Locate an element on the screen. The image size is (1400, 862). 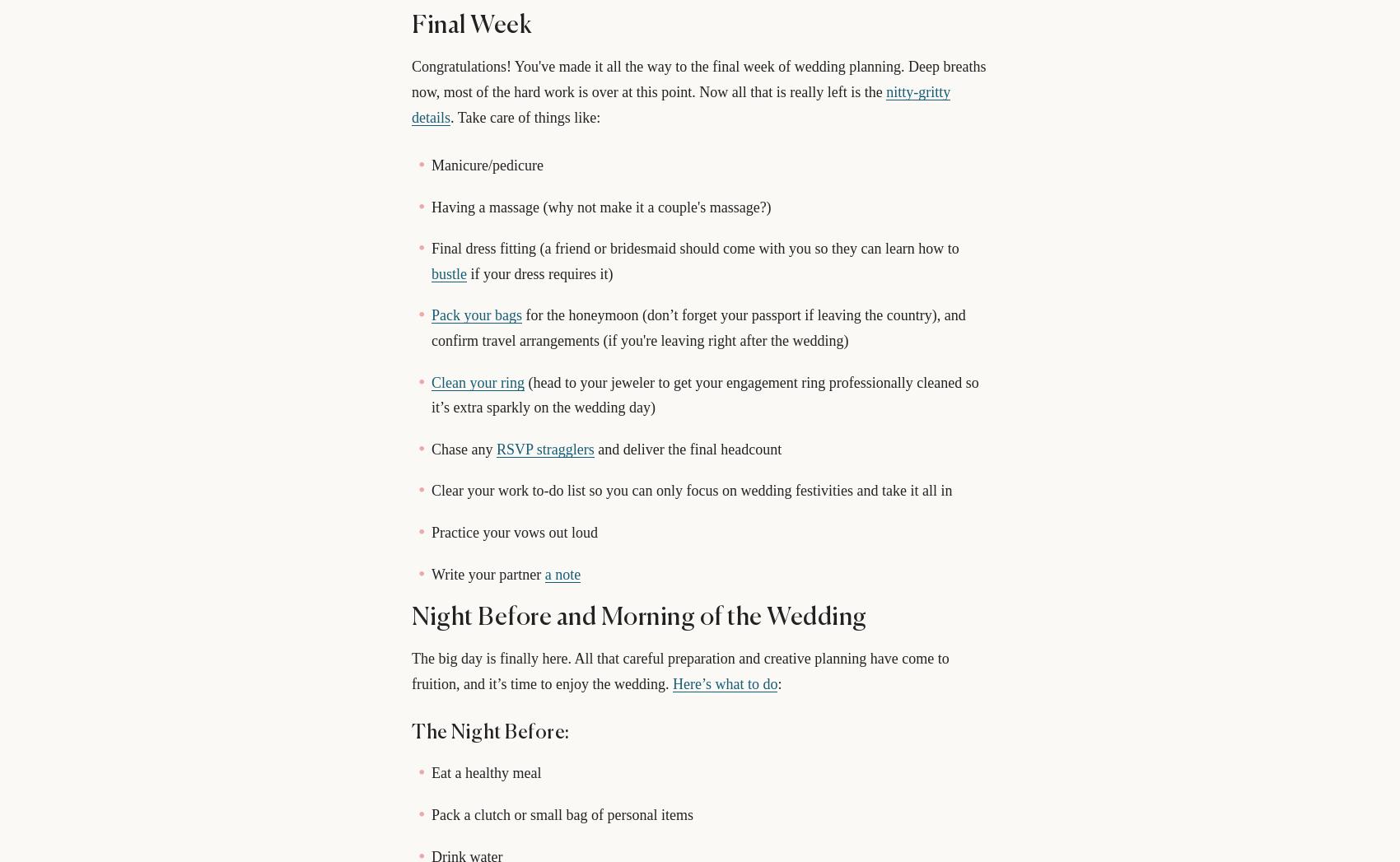
'Clear your work to-do list so you can only focus on wedding festivities and take it all in' is located at coordinates (690, 489).